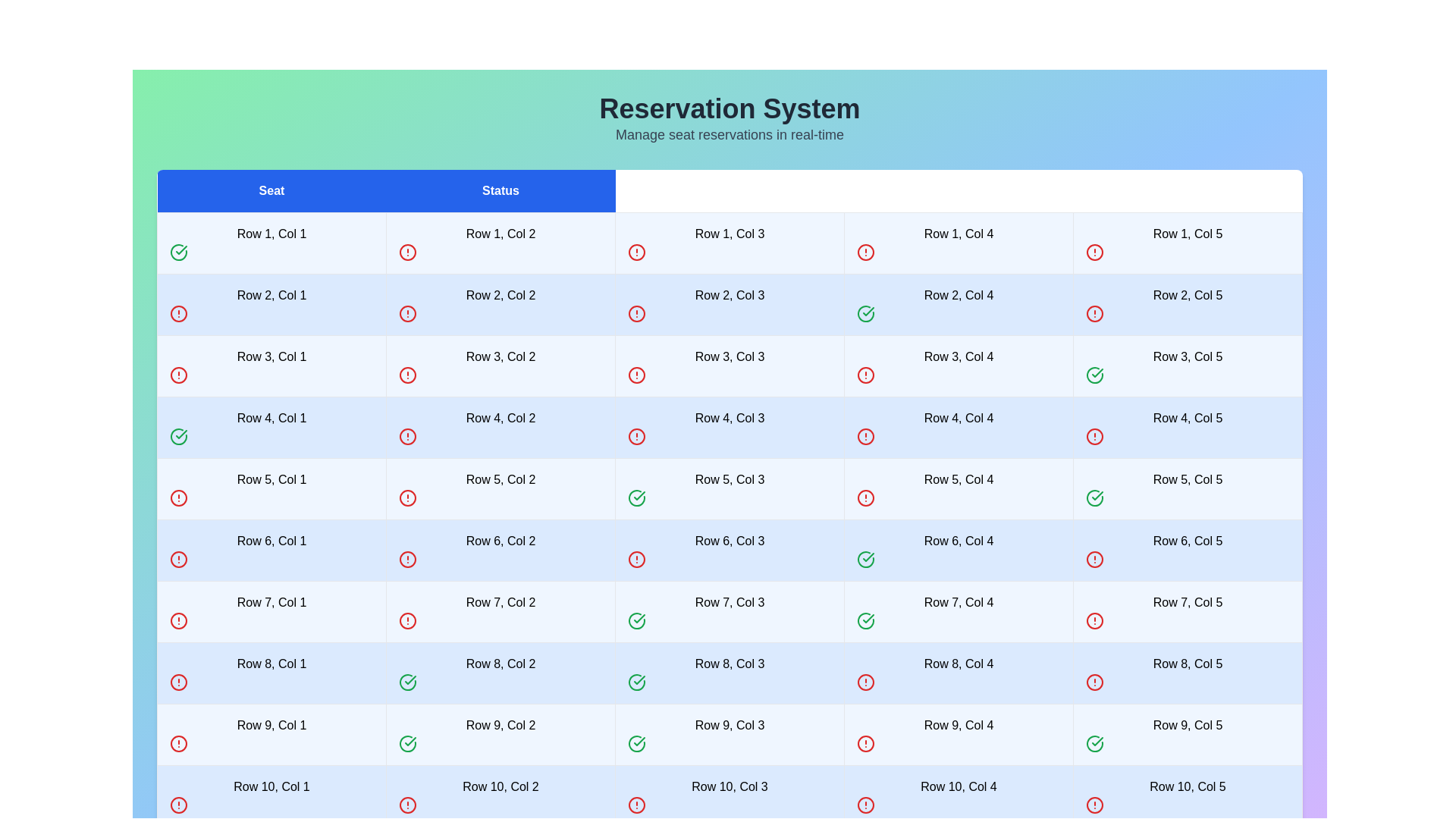 This screenshot has width=1456, height=819. I want to click on the header column Seat to sort the table, so click(271, 190).